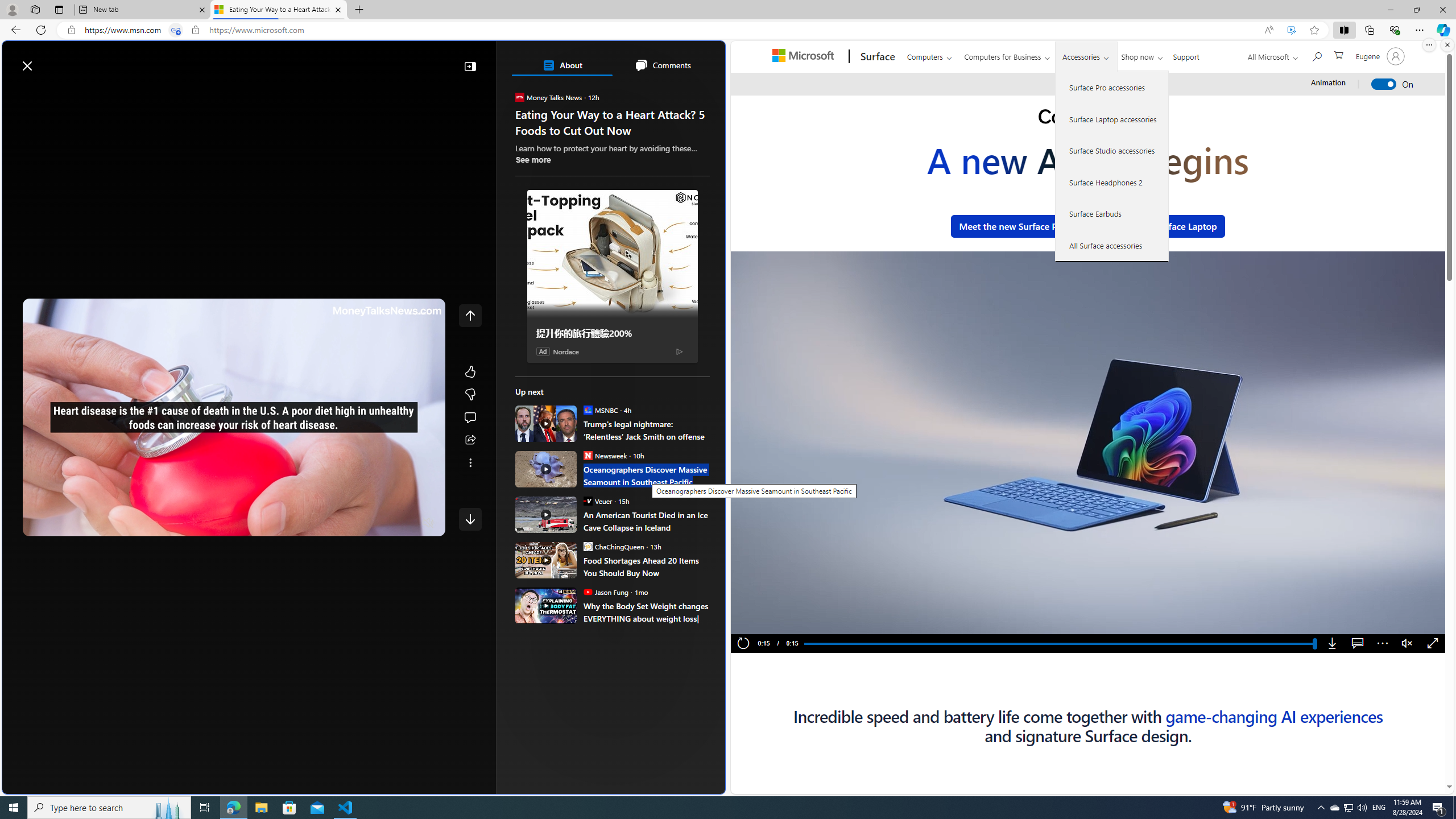 This screenshot has height=819, width=1456. Describe the element at coordinates (1185, 54) in the screenshot. I see `'Support'` at that location.